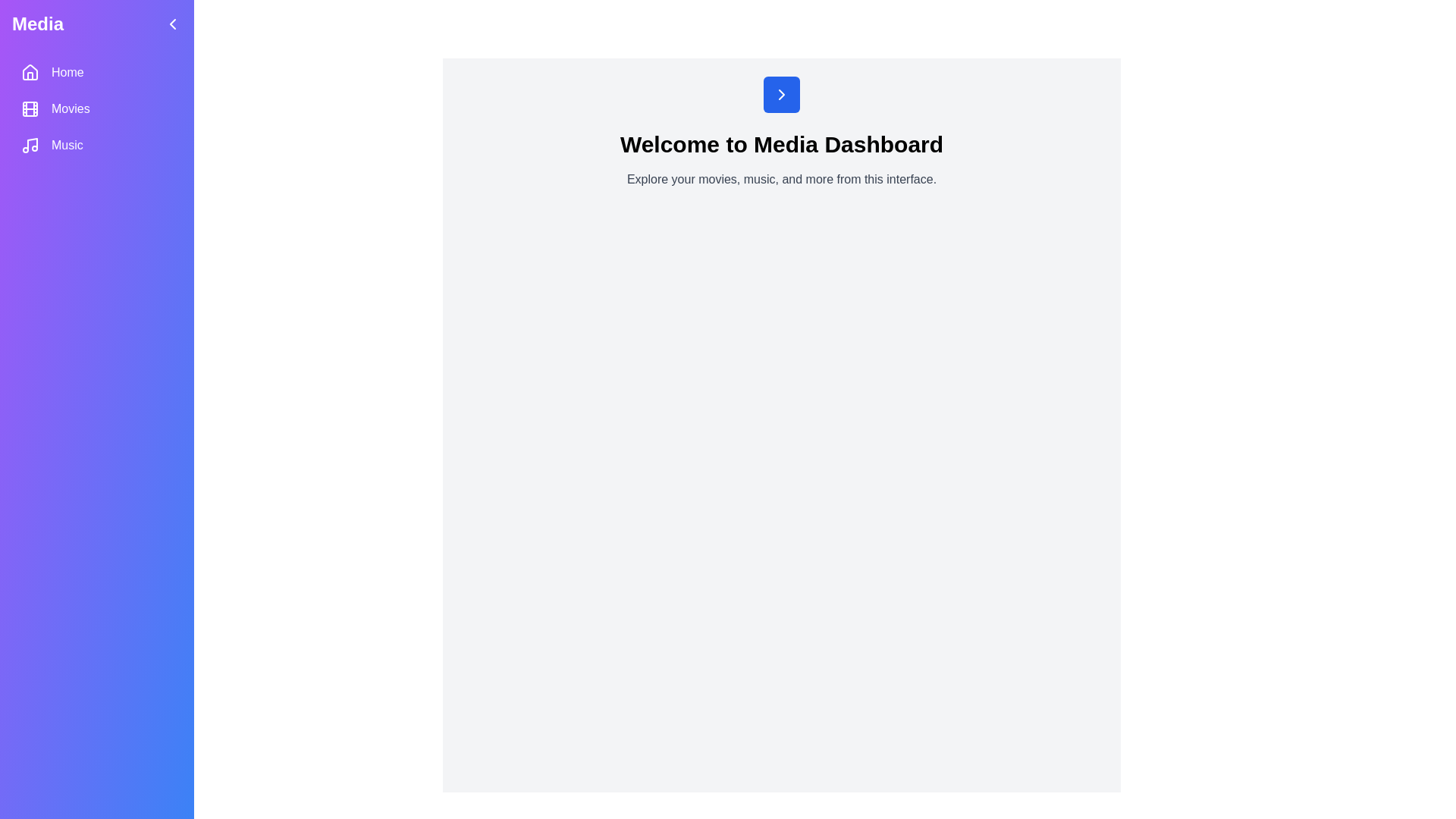 The image size is (1456, 819). I want to click on the Music section in the sidebar, so click(96, 146).